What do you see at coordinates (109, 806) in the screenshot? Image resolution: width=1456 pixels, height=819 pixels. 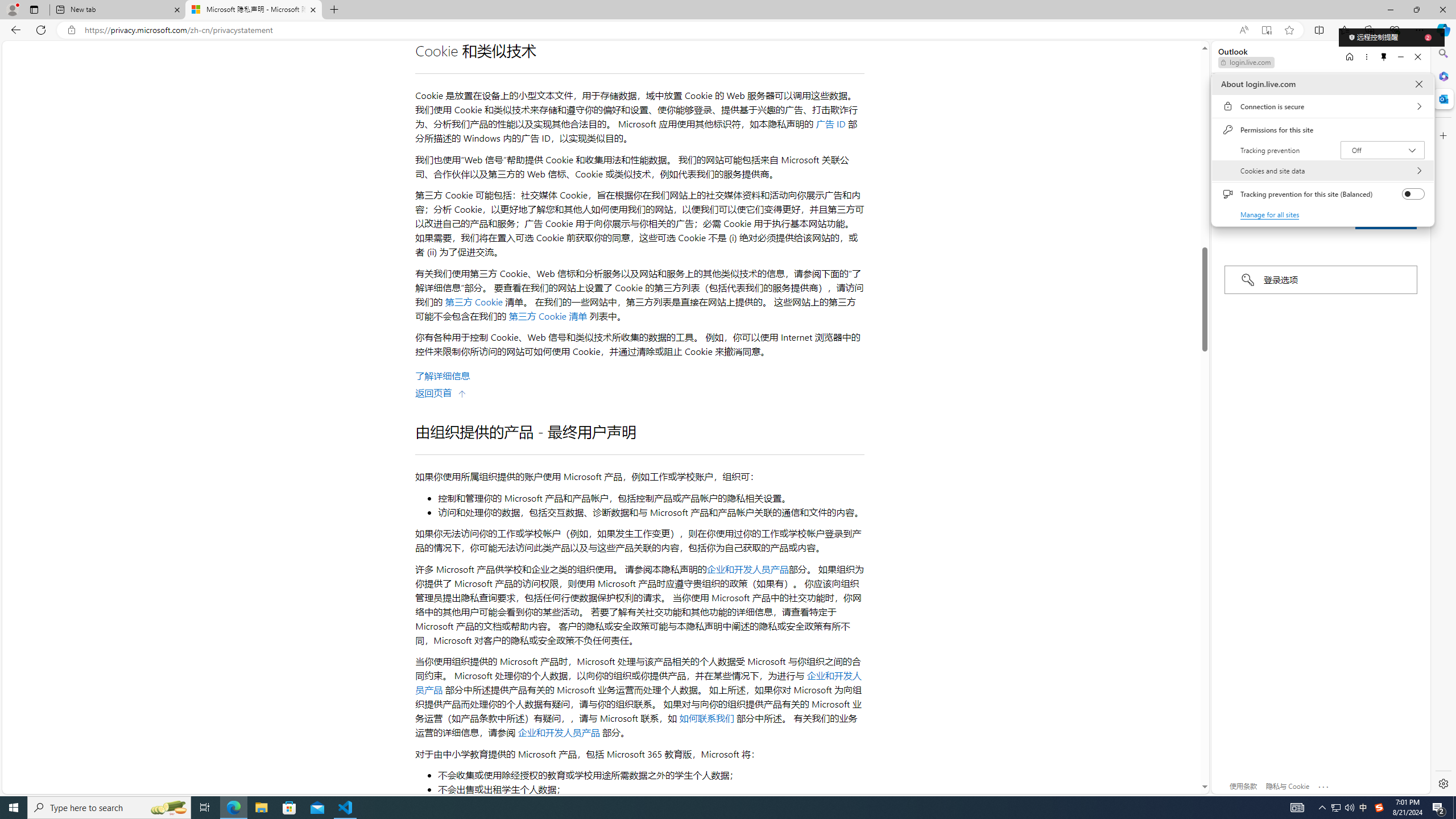 I see `'Type here to search'` at bounding box center [109, 806].